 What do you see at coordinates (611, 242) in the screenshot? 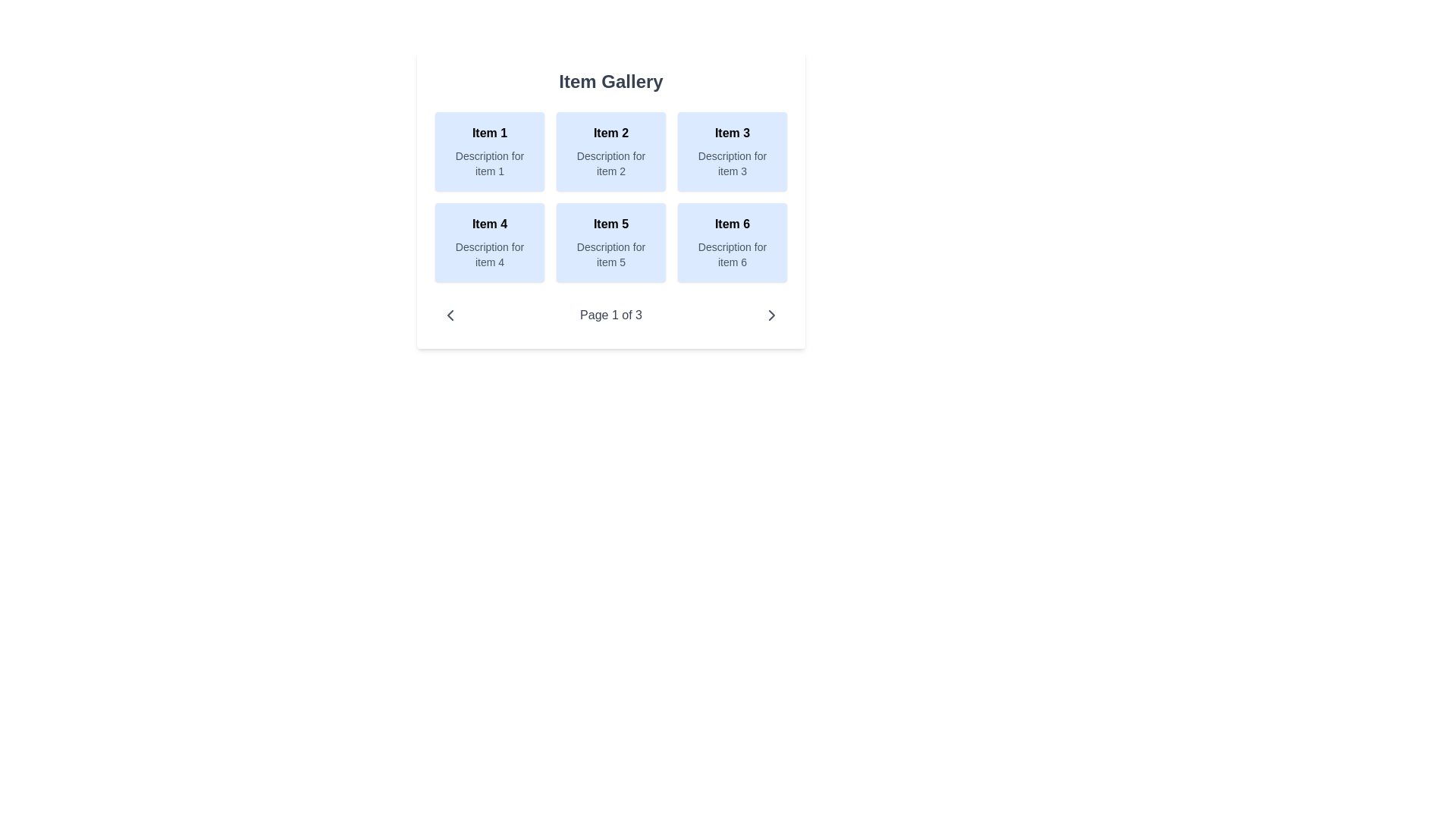
I see `the information displayed on the informational card labeled 'Item 5' with a light blue background and rounded edges located in the second row, second column of the grid` at bounding box center [611, 242].